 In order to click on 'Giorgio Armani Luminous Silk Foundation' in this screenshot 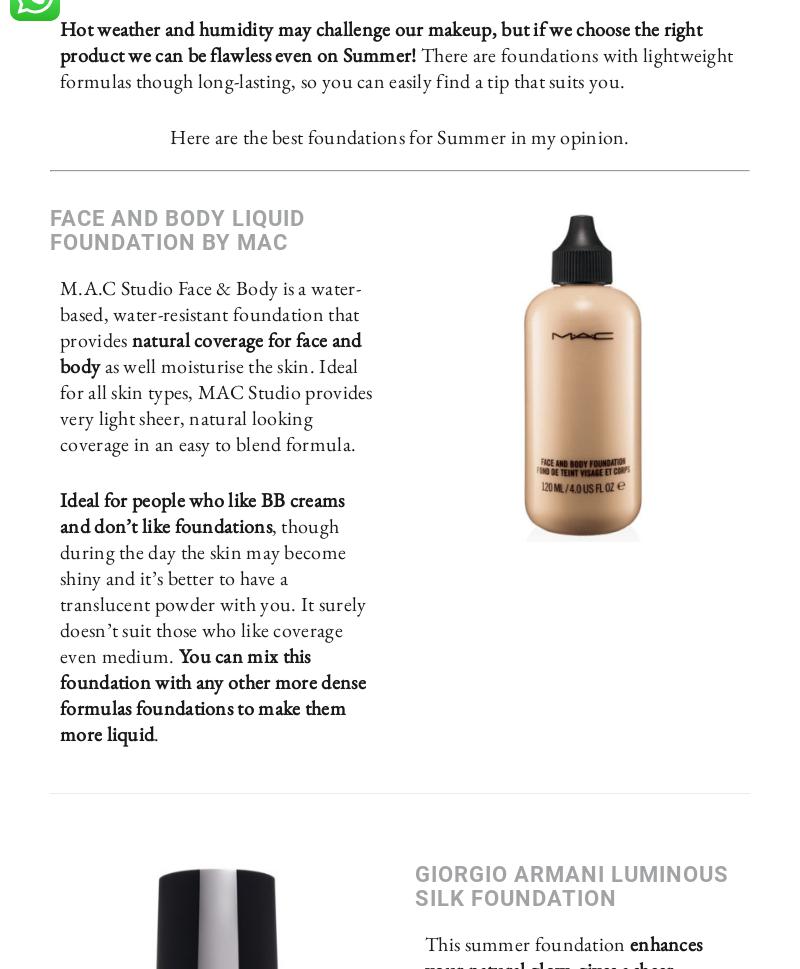, I will do `click(571, 886)`.